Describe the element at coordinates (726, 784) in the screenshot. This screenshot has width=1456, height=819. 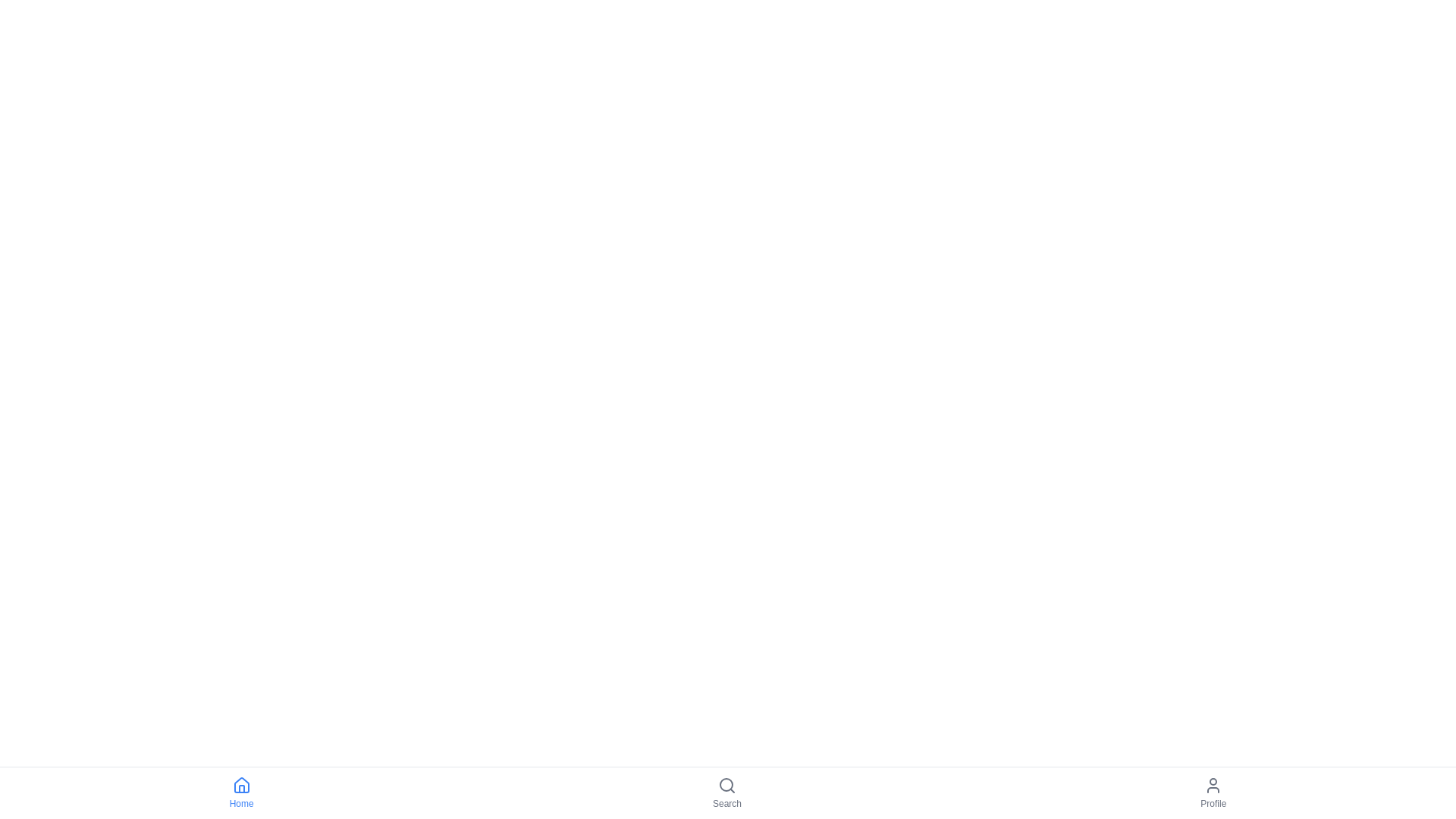
I see `the SVG circle element that forms the main circular part of the lens in the second icon of the bottom navigation bar` at that location.